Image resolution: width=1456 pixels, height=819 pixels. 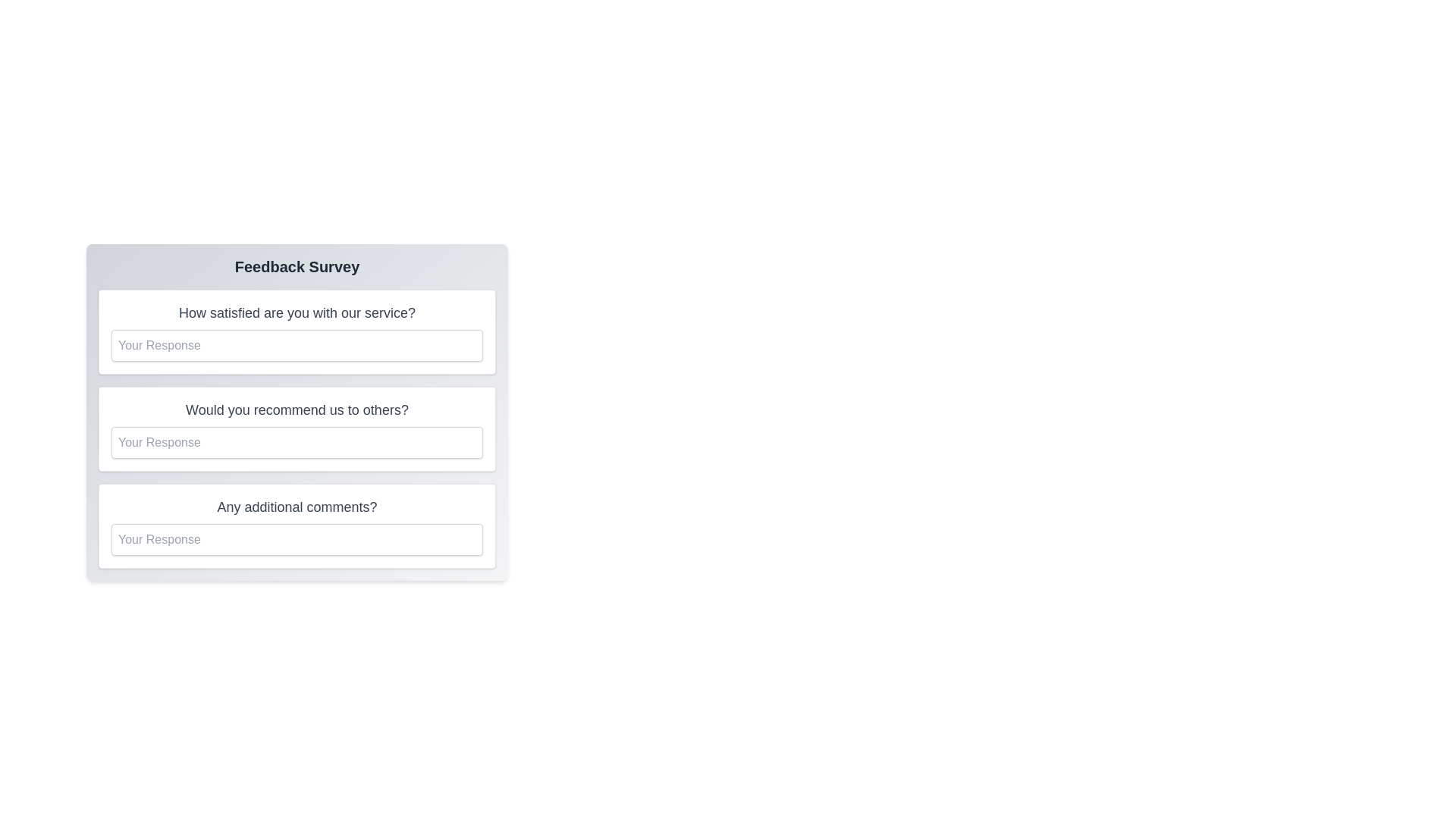 I want to click on the text input field for Any additional comments?, so click(x=297, y=539).